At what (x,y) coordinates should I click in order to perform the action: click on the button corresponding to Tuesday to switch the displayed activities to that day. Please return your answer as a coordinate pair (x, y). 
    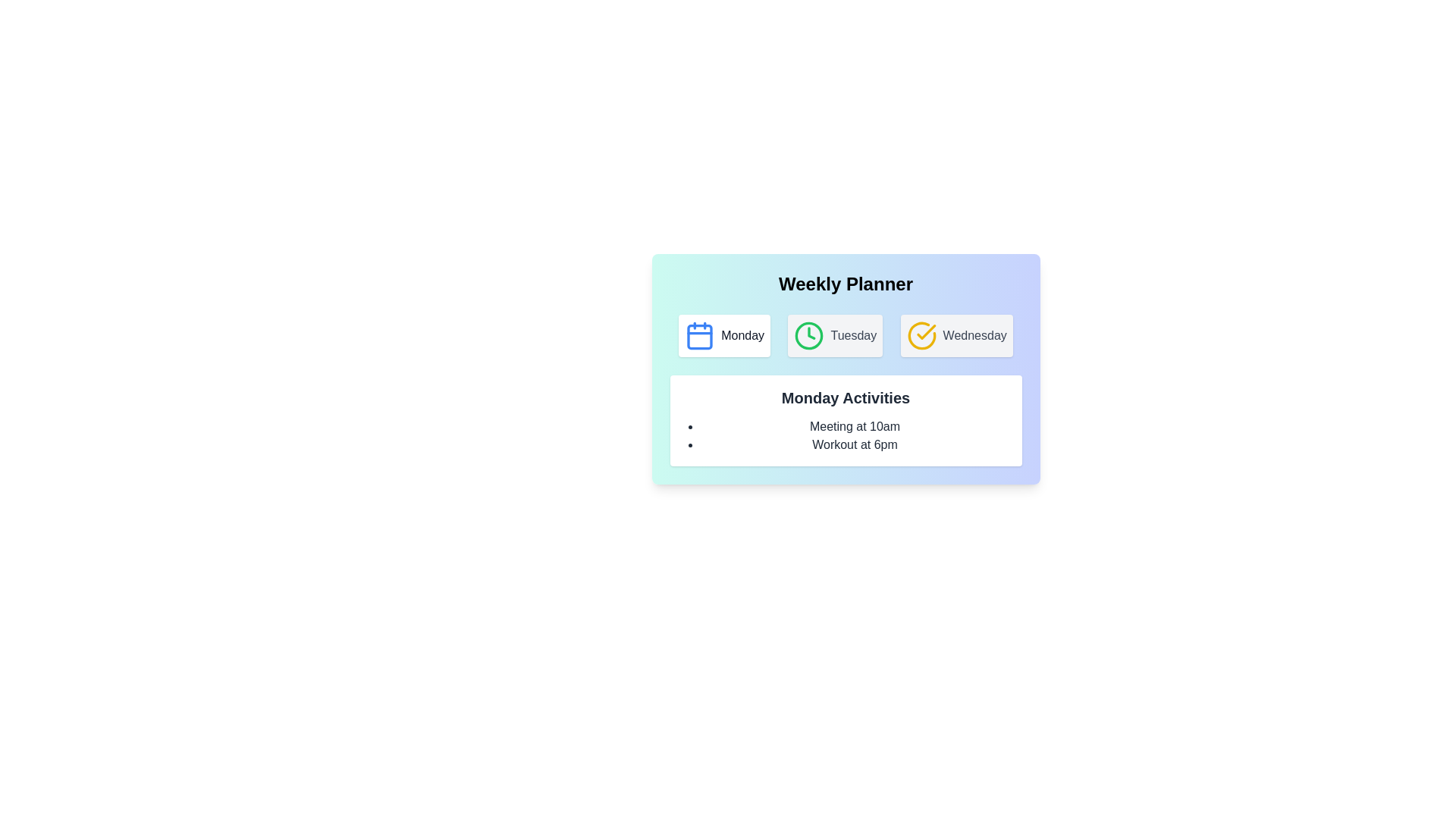
    Looking at the image, I should click on (834, 335).